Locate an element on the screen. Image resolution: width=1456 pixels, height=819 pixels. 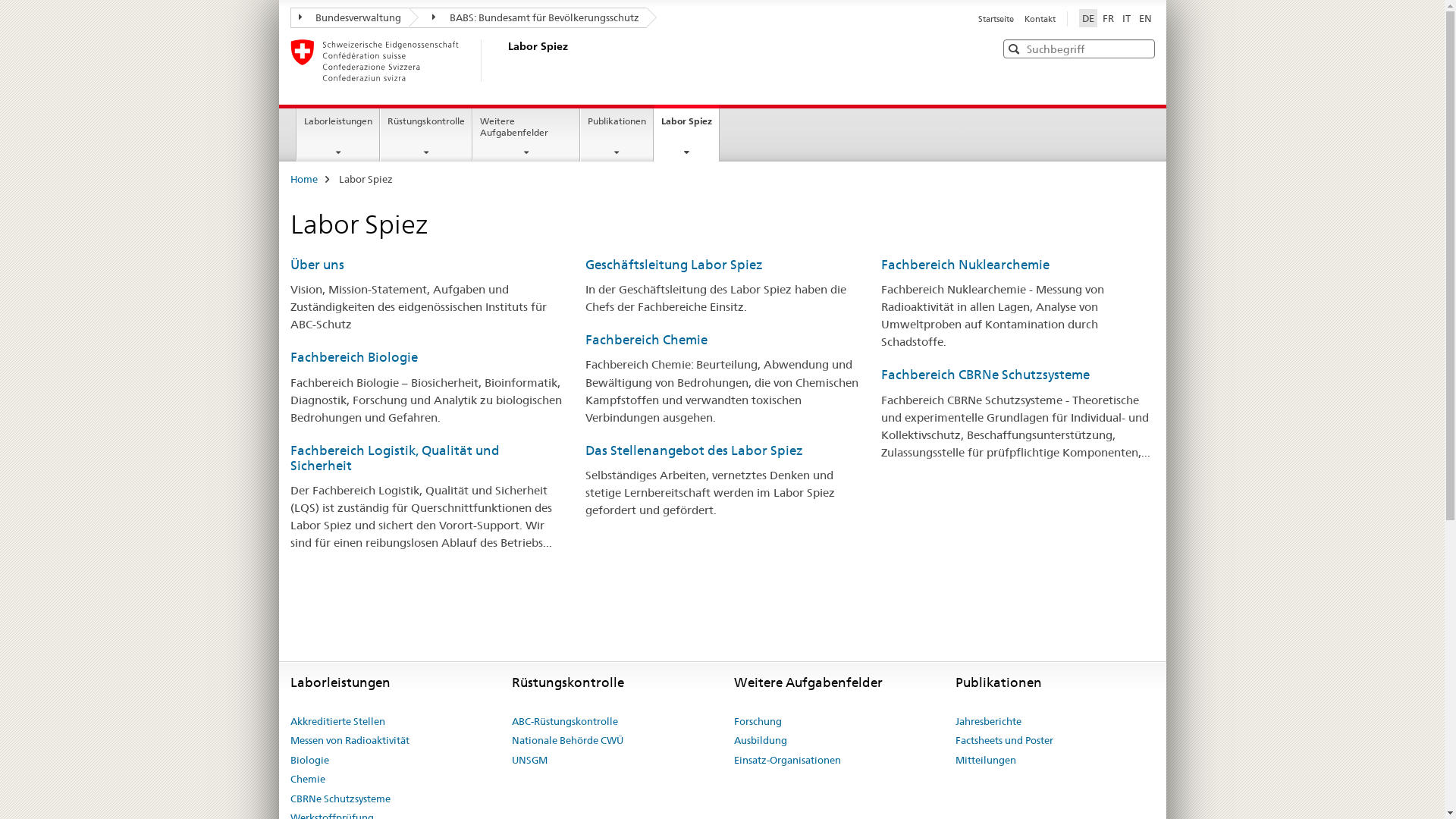
'Das Stellenangebot des Labor Spiez' is located at coordinates (693, 450).